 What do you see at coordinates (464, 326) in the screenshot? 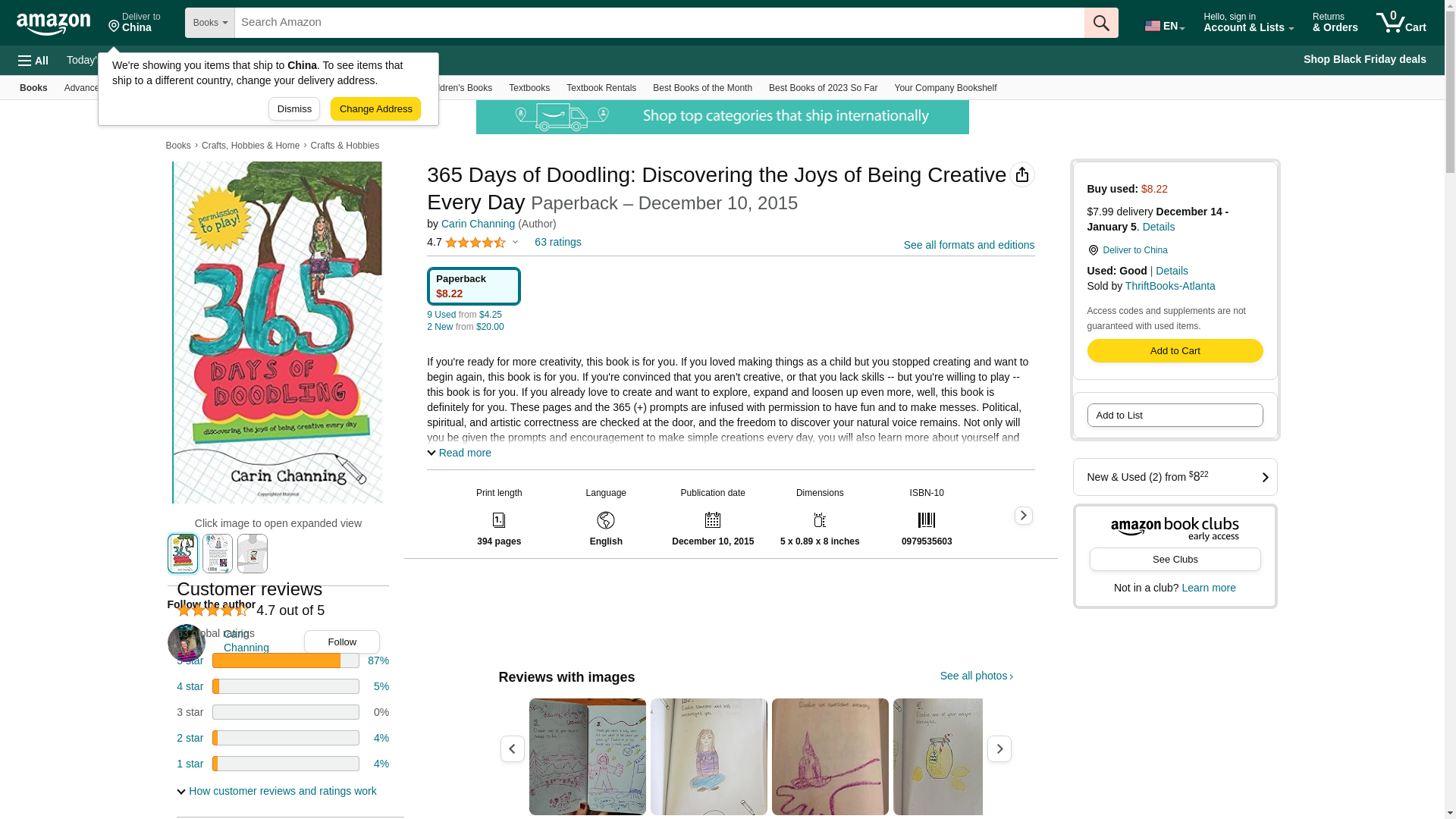
I see `'2 New from $20.00'` at bounding box center [464, 326].